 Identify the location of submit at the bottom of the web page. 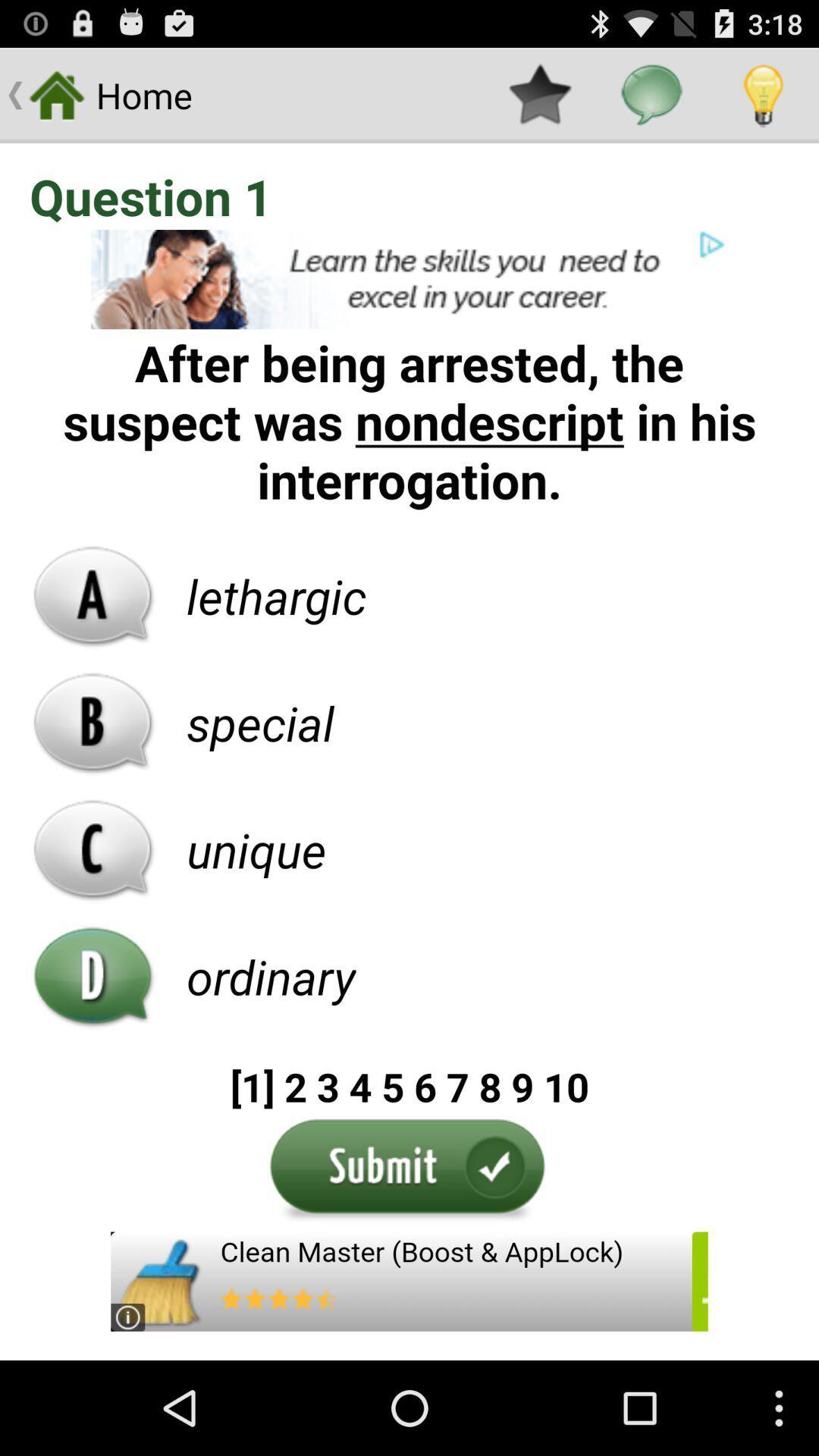
(409, 1171).